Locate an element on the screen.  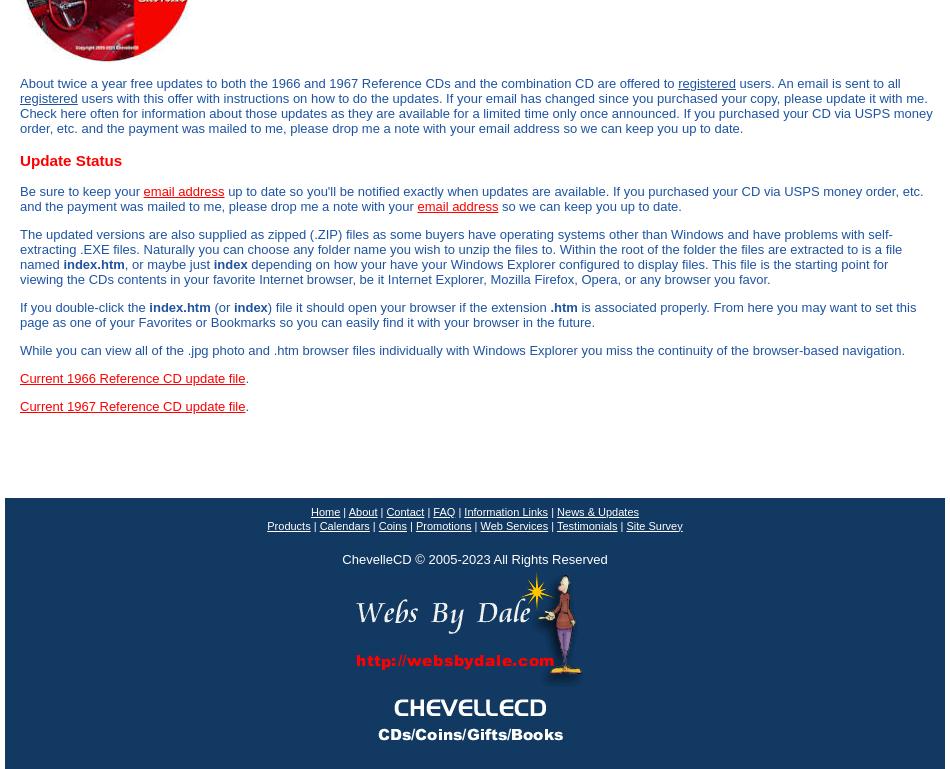
'(or' is located at coordinates (221, 305).